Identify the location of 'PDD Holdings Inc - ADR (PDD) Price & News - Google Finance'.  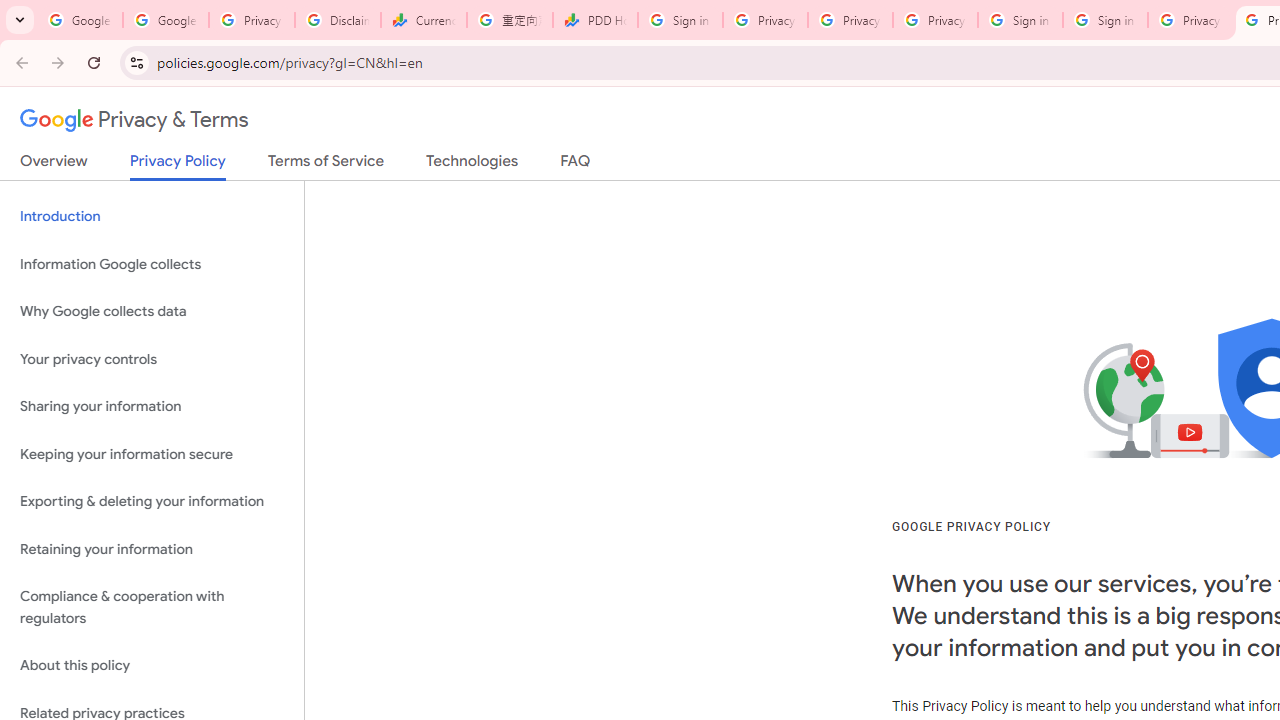
(594, 20).